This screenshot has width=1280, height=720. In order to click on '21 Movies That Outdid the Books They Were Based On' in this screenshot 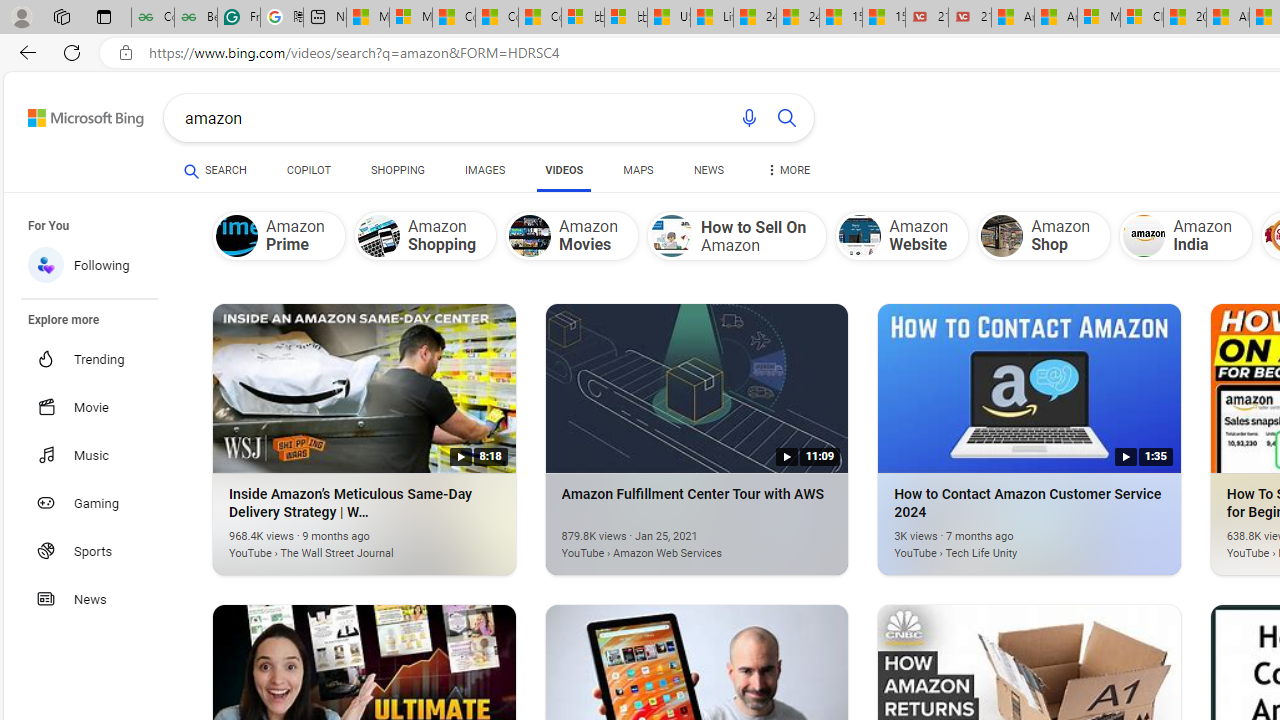, I will do `click(969, 17)`.